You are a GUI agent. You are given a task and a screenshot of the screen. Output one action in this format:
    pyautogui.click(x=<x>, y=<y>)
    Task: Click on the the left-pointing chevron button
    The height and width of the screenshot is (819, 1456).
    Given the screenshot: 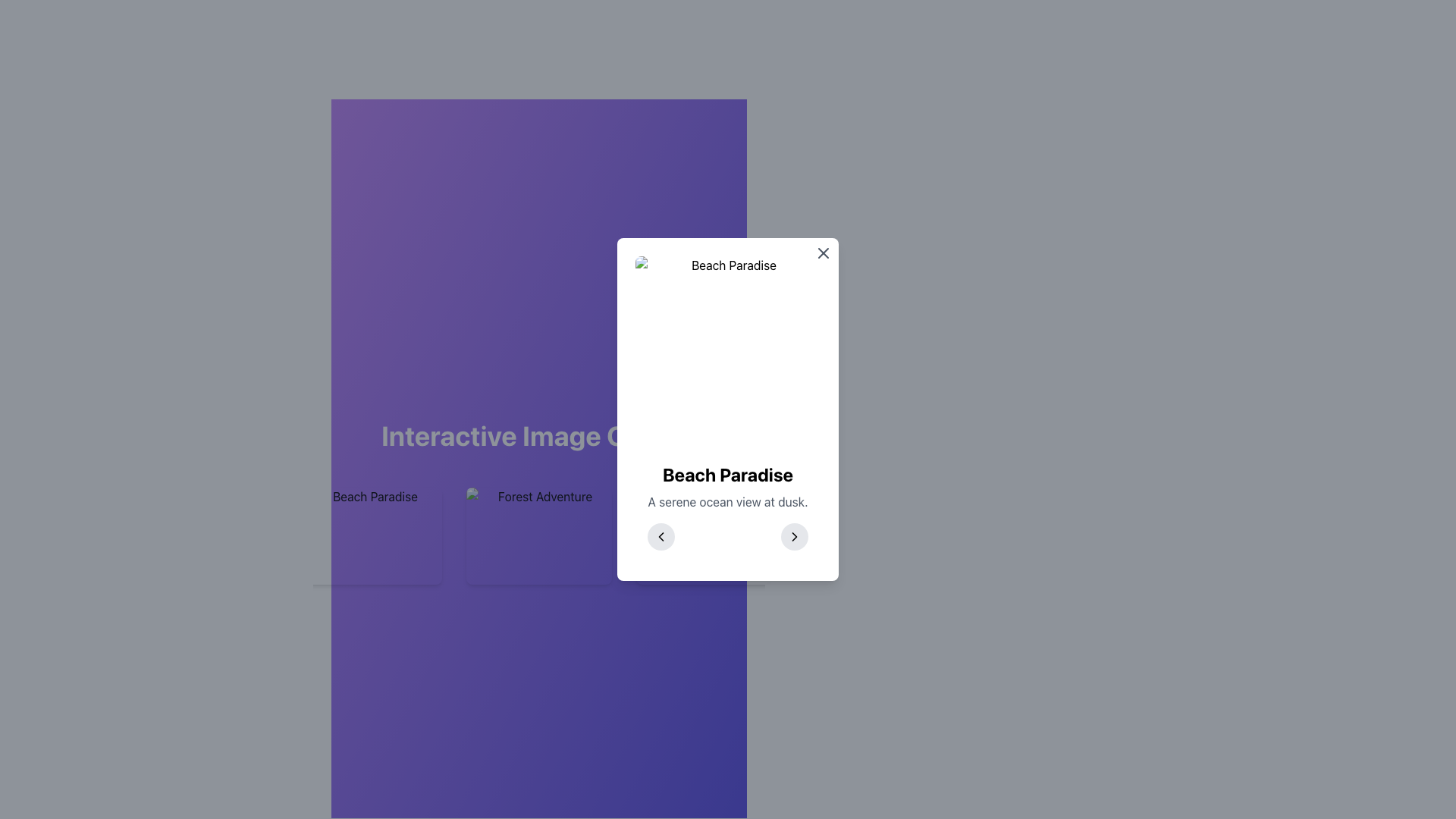 What is the action you would take?
    pyautogui.click(x=661, y=536)
    